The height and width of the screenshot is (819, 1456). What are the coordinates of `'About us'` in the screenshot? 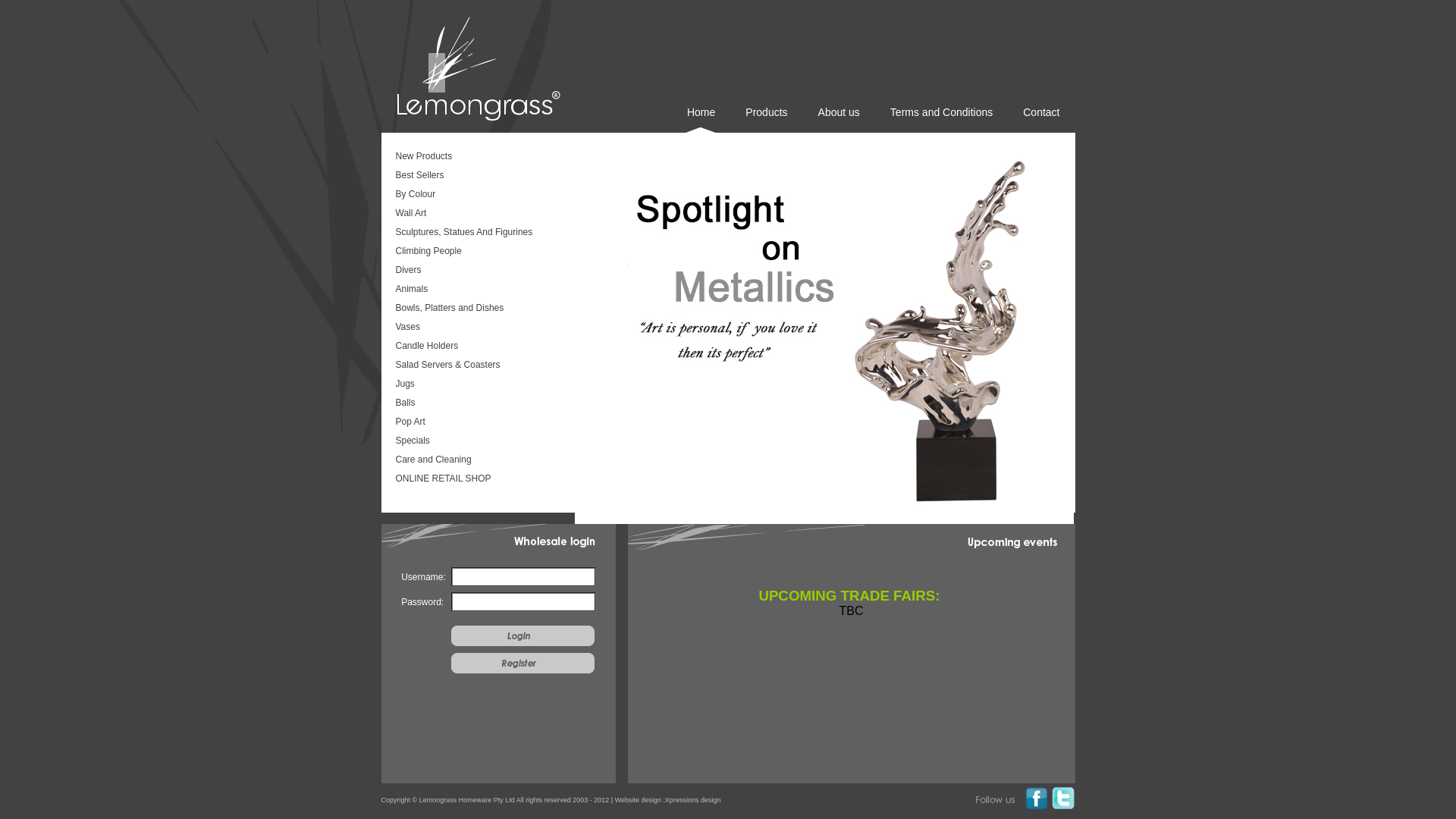 It's located at (838, 118).